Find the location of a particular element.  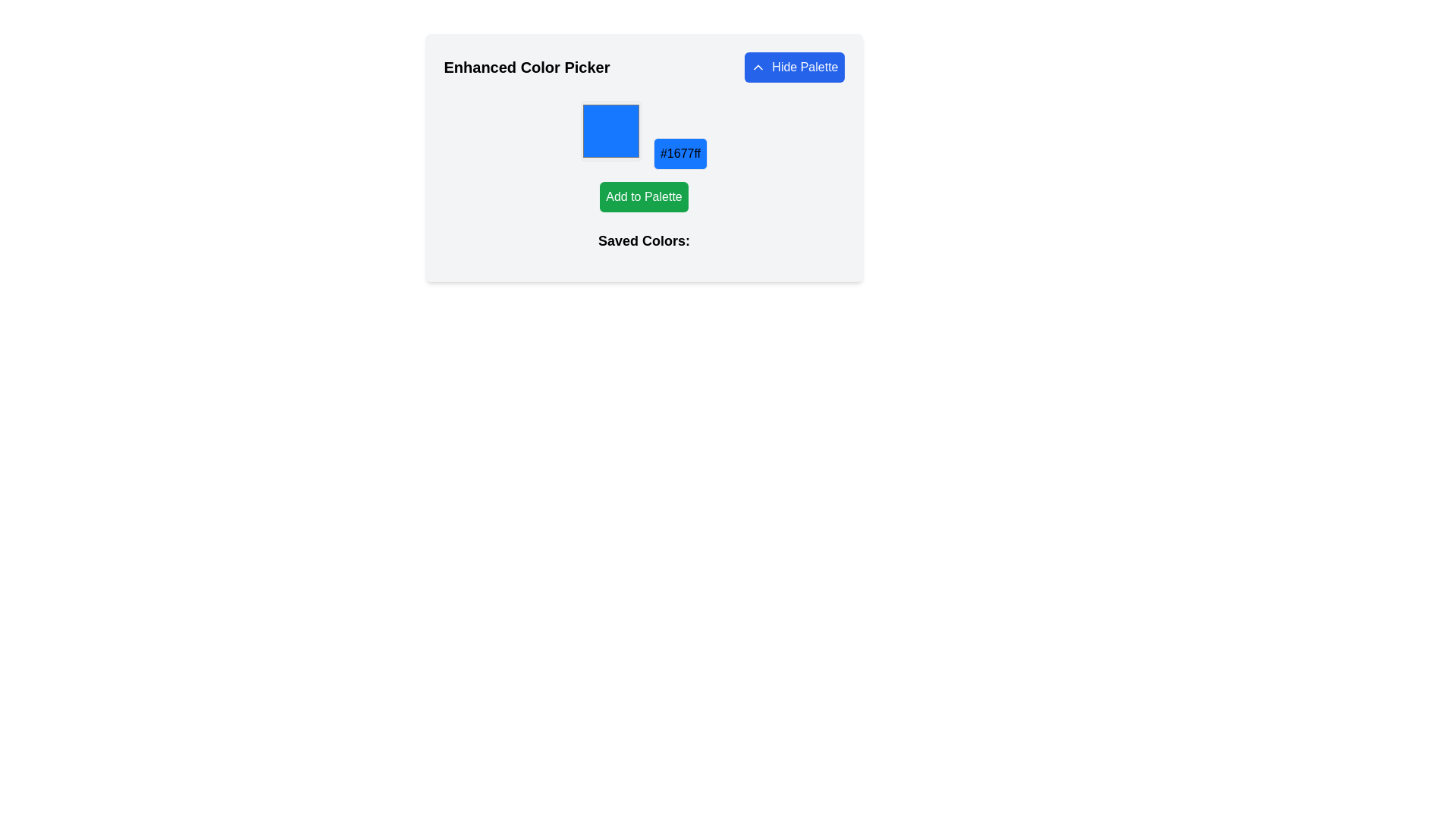

the text label indicating the function is located at coordinates (804, 66).